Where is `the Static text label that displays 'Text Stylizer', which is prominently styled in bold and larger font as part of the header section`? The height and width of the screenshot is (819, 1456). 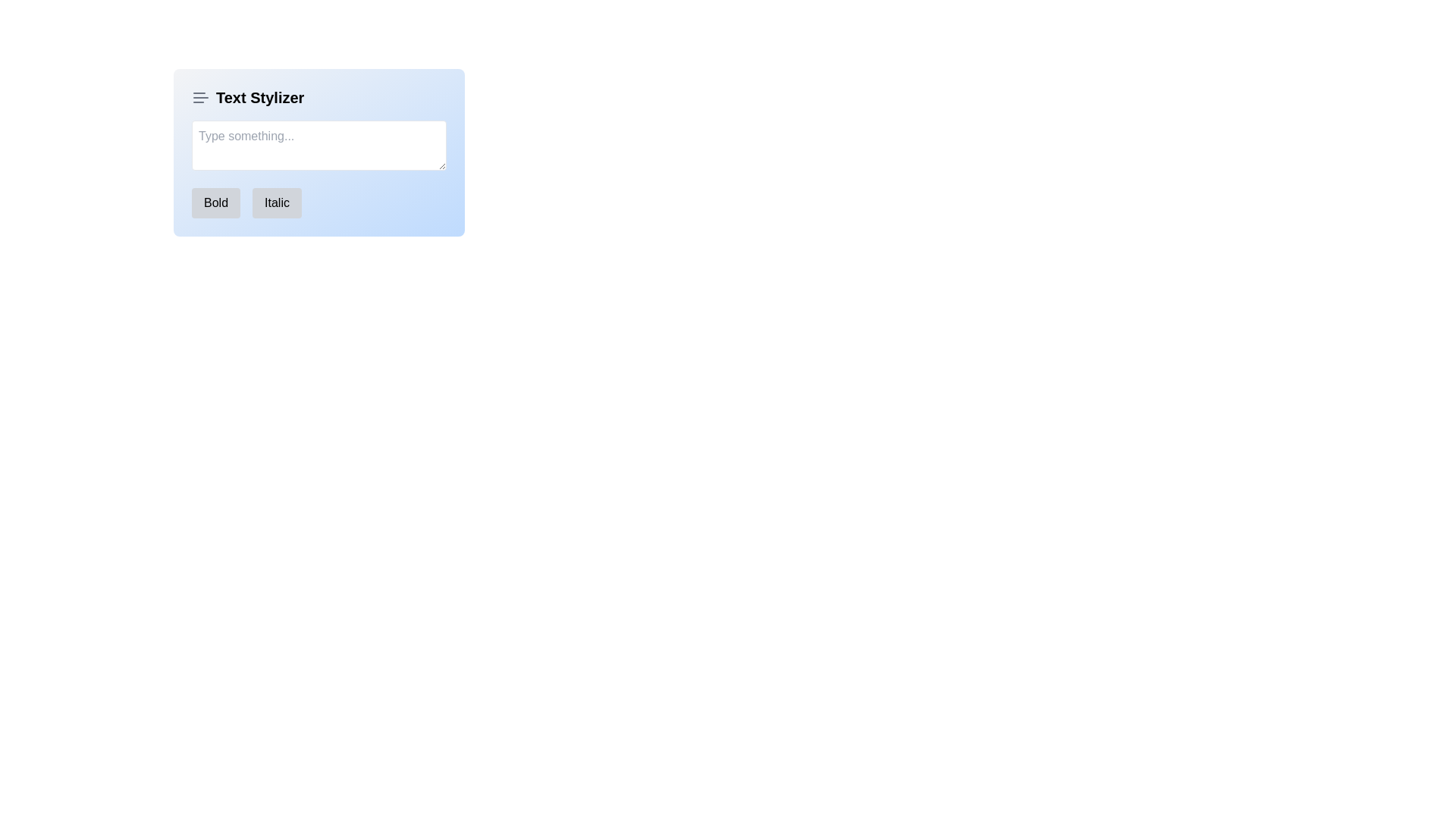
the Static text label that displays 'Text Stylizer', which is prominently styled in bold and larger font as part of the header section is located at coordinates (260, 97).